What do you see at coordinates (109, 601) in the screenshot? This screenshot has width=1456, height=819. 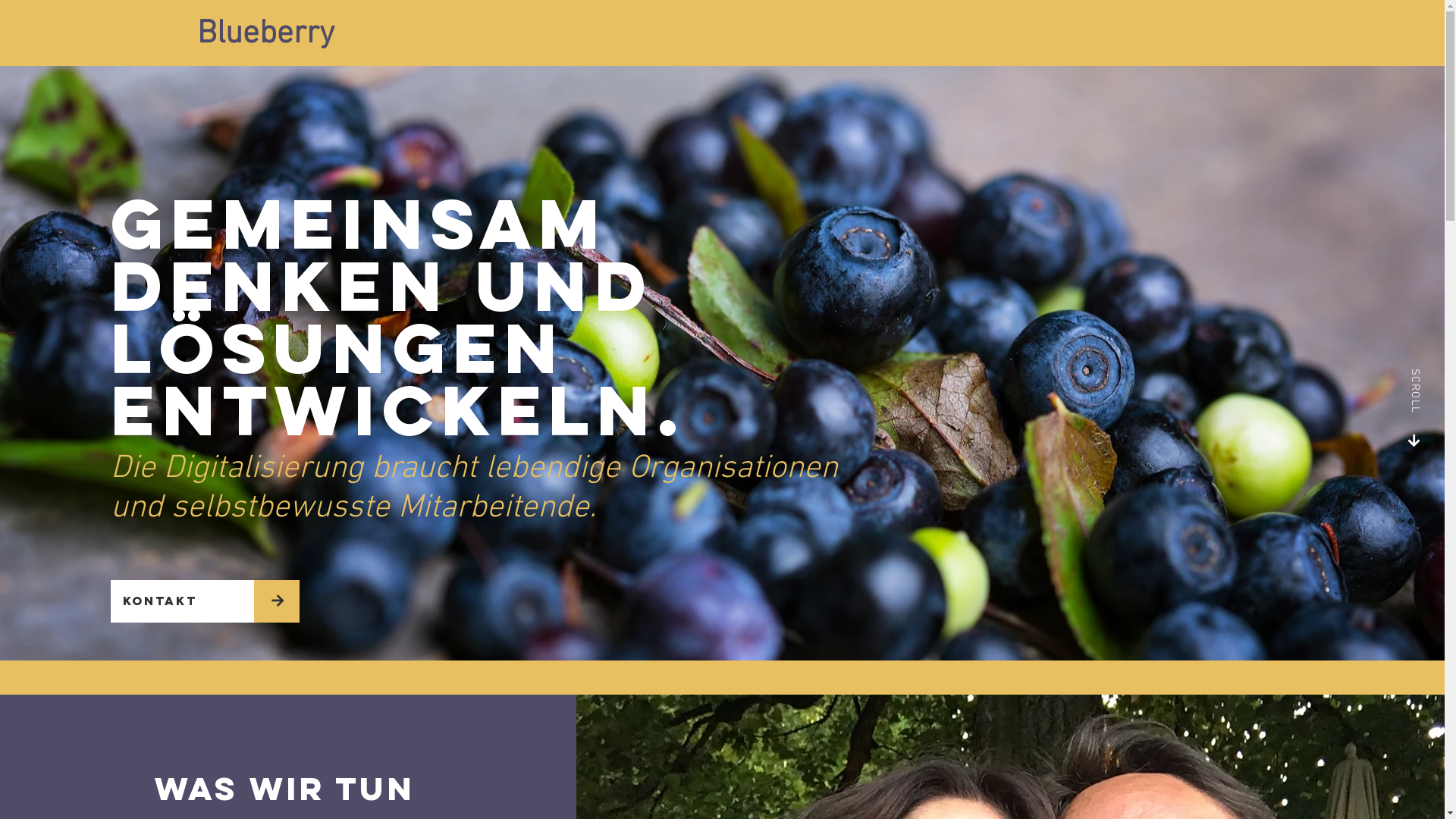 I see `'Kontakt'` at bounding box center [109, 601].